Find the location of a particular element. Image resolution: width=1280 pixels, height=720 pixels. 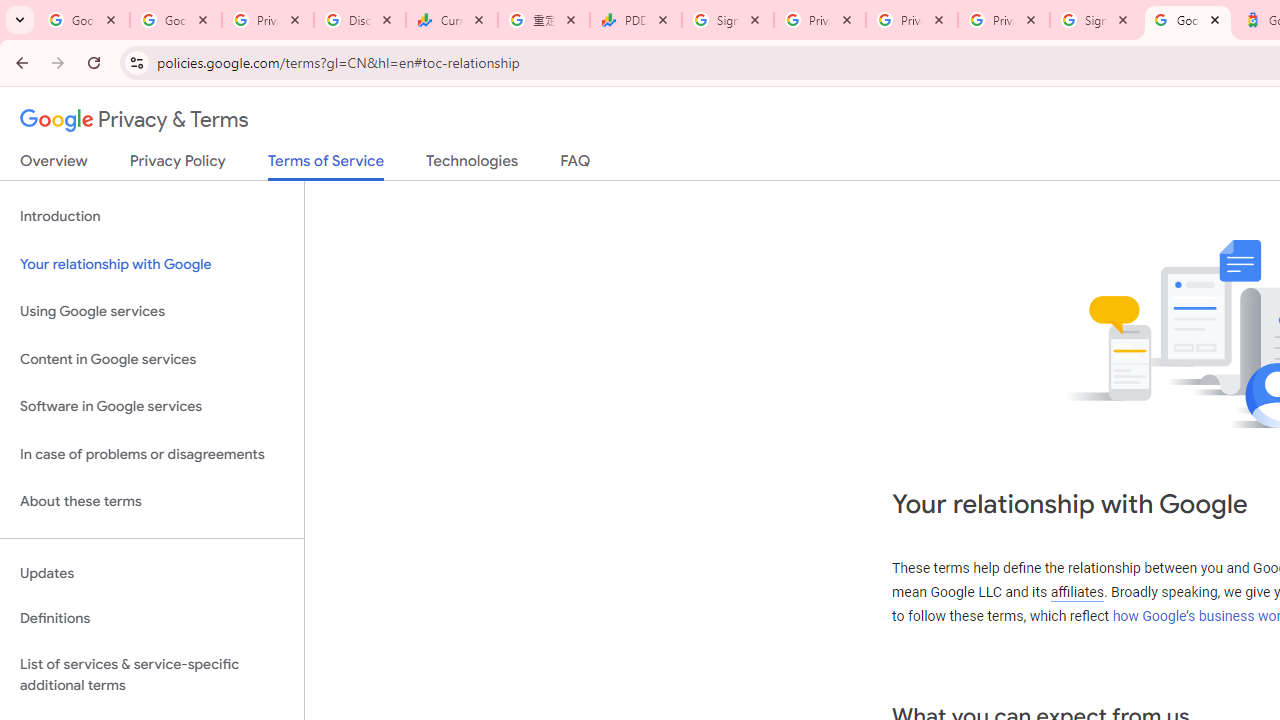

'Privacy Checkup' is located at coordinates (911, 20).